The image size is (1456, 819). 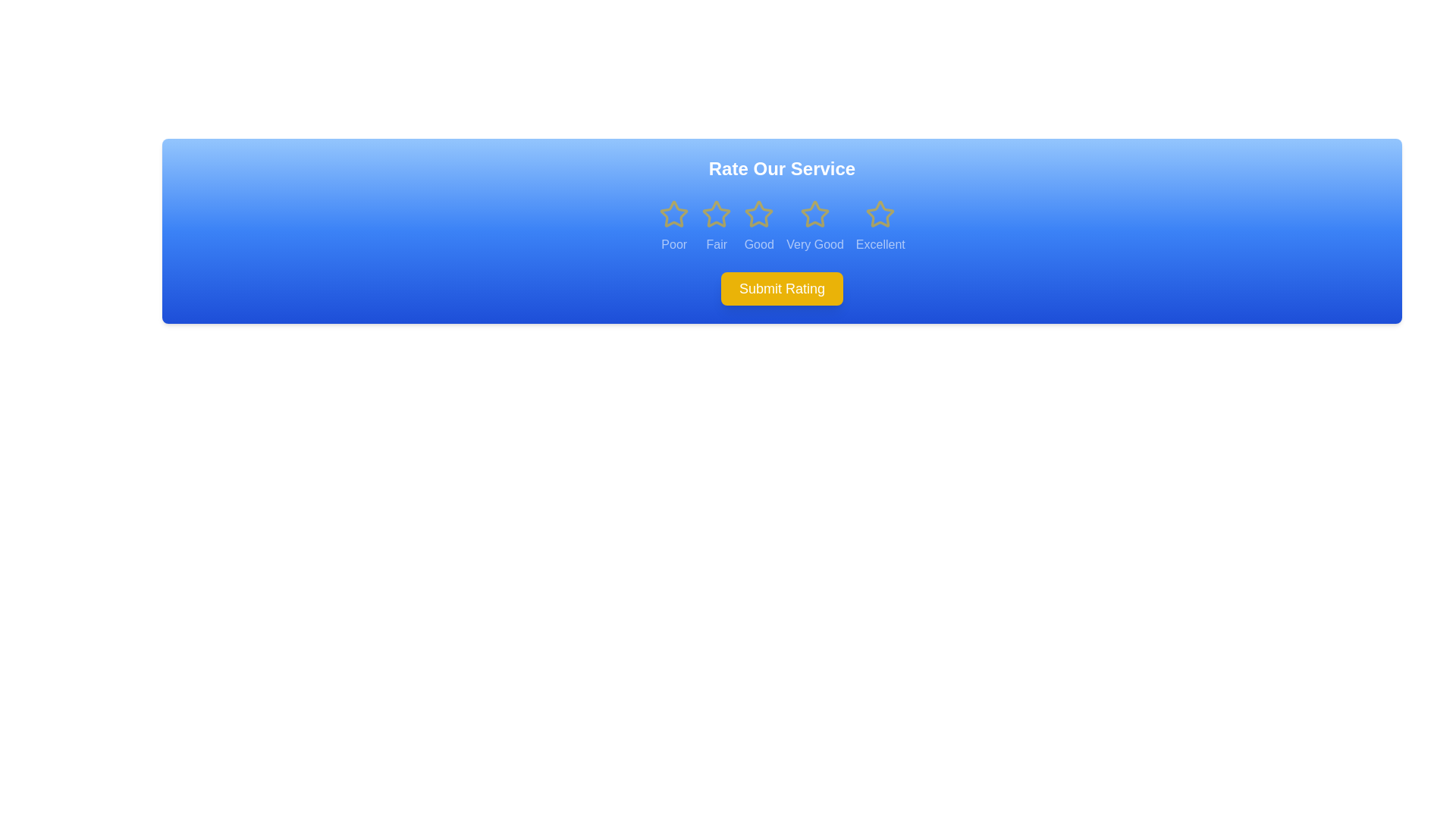 I want to click on the third star icon, so click(x=759, y=214).